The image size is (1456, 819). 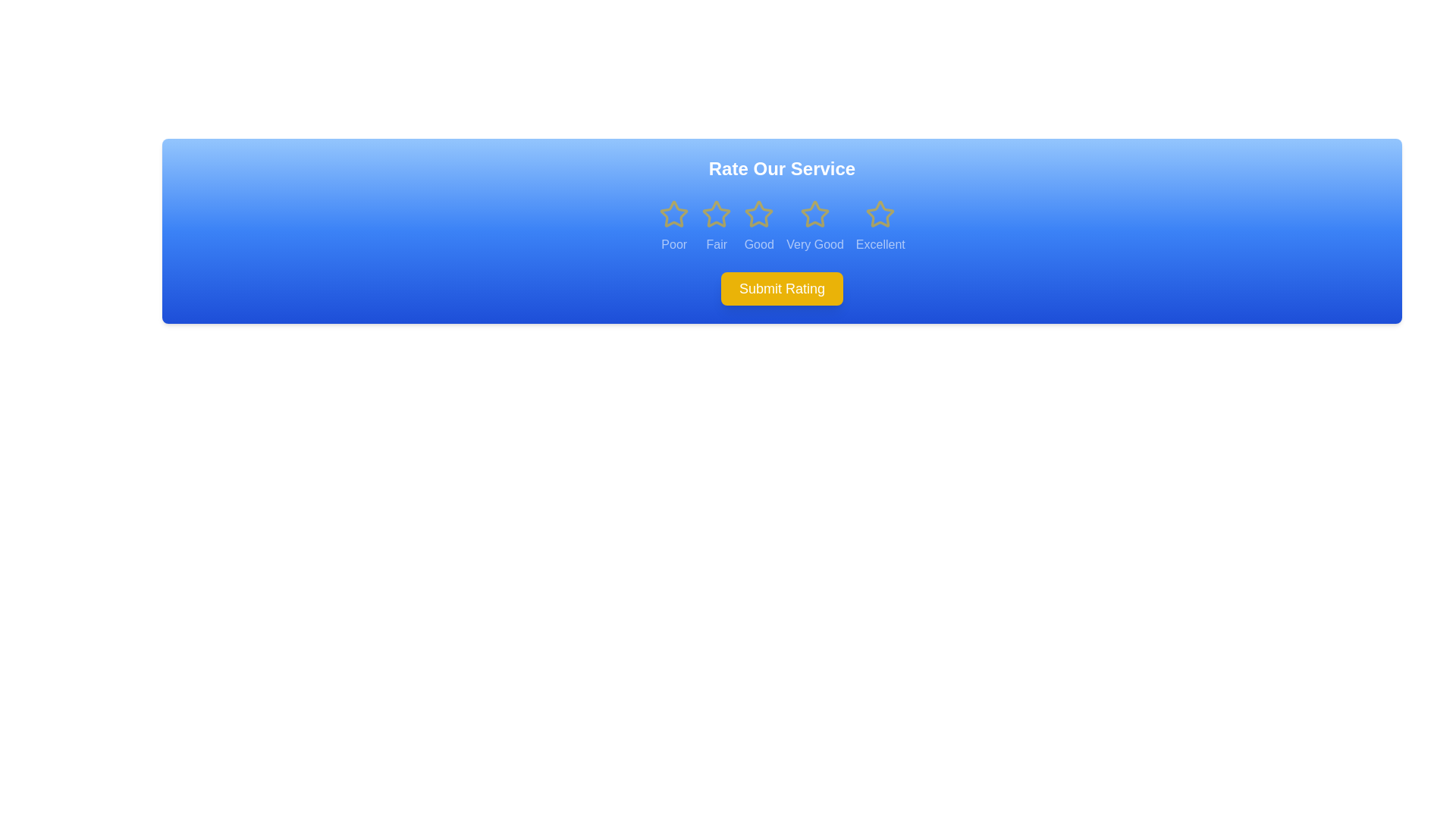 I want to click on the third star icon, so click(x=759, y=214).